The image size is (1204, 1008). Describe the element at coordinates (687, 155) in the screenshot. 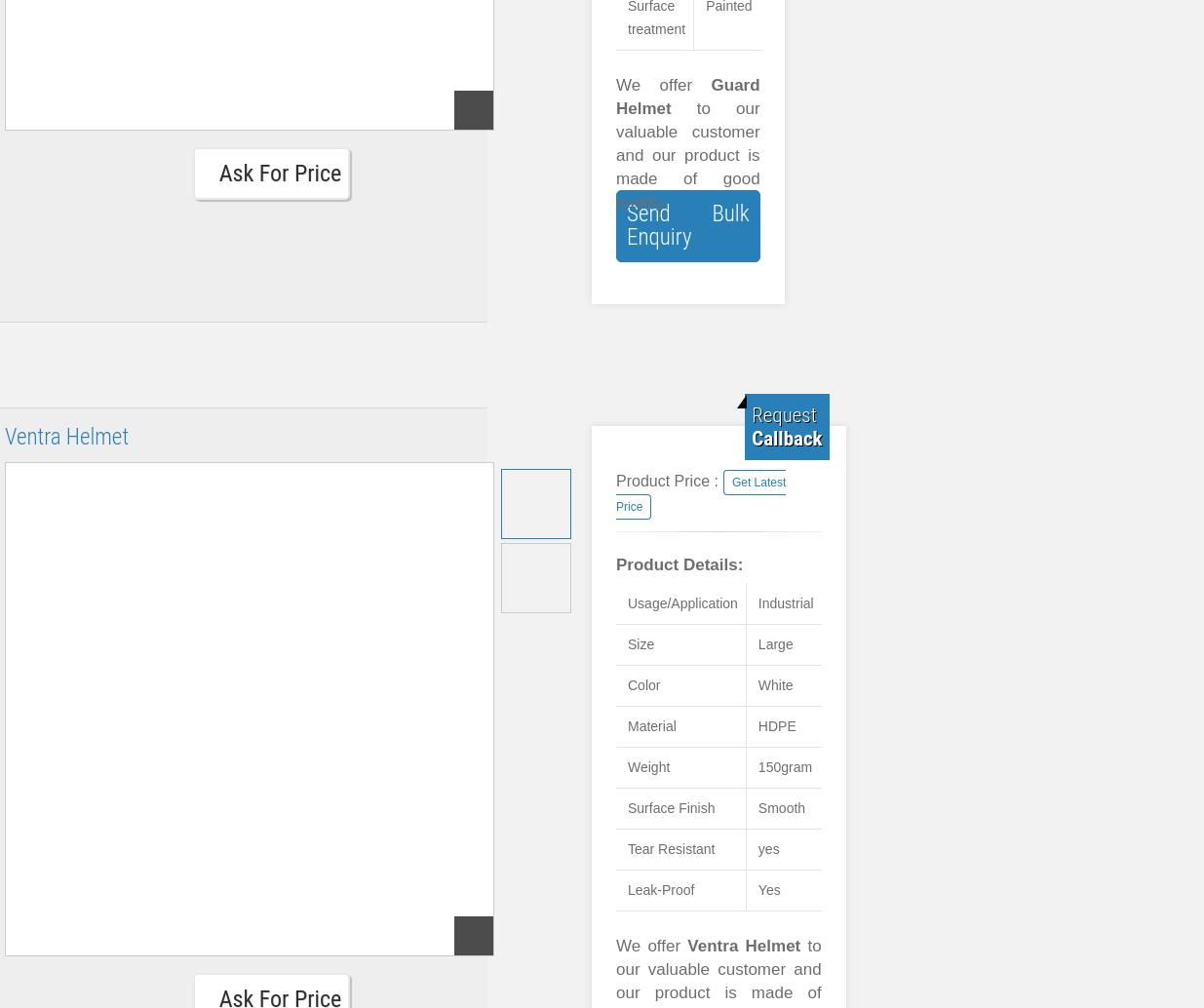

I see `'to our valuable customer and our product is made of good quality.'` at that location.